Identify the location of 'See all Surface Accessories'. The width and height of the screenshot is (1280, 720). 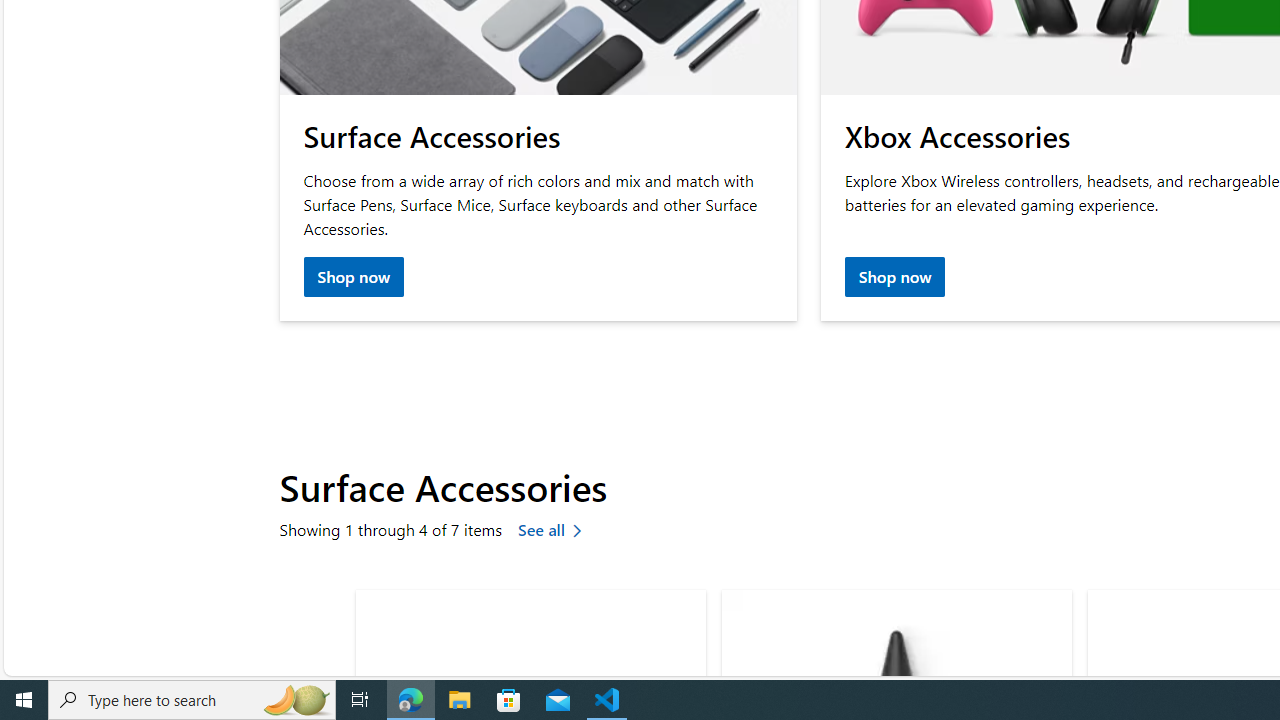
(554, 530).